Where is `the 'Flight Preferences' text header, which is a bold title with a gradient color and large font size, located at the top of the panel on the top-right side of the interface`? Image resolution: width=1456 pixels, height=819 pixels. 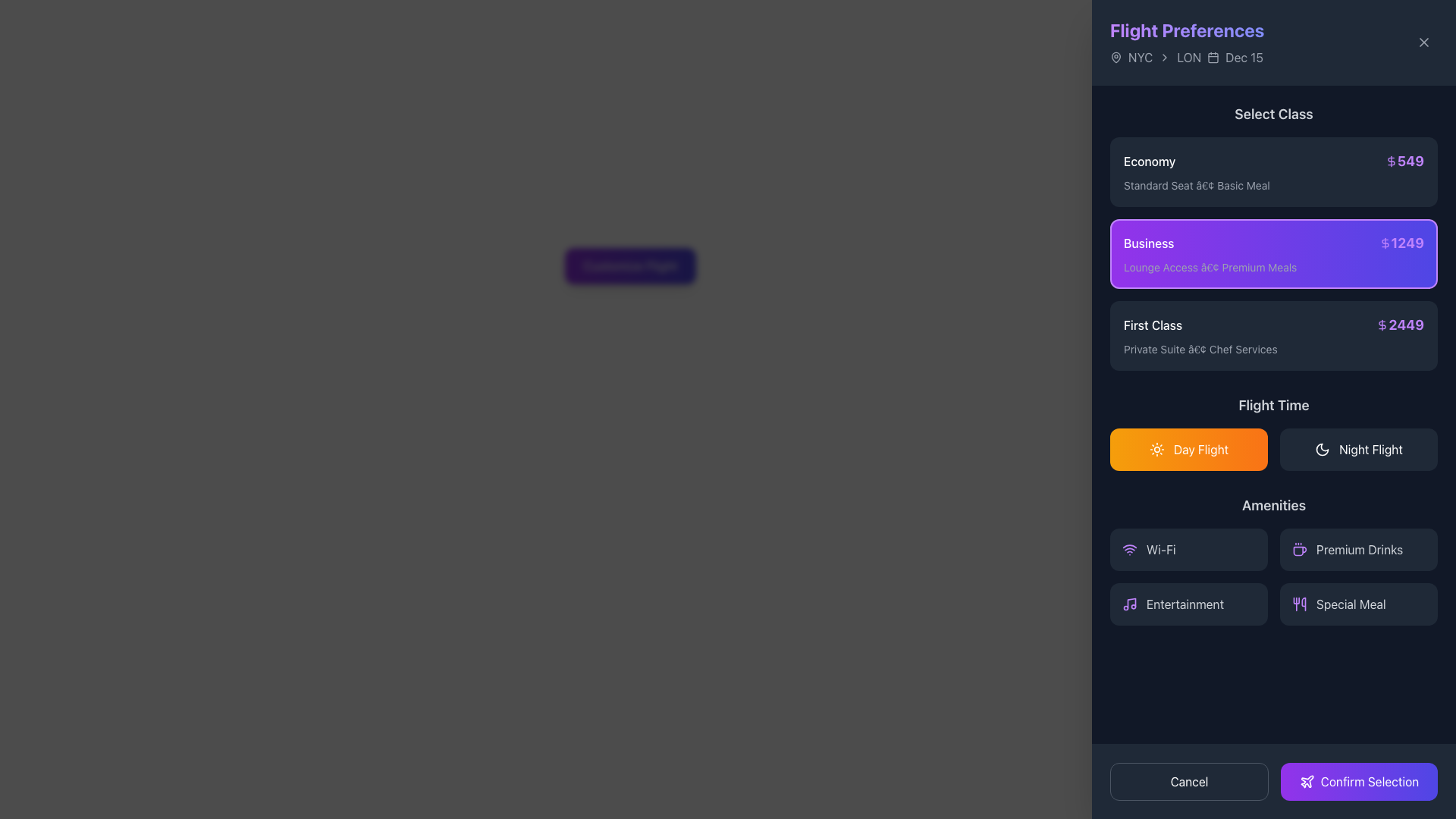
the 'Flight Preferences' text header, which is a bold title with a gradient color and large font size, located at the top of the panel on the top-right side of the interface is located at coordinates (1186, 30).